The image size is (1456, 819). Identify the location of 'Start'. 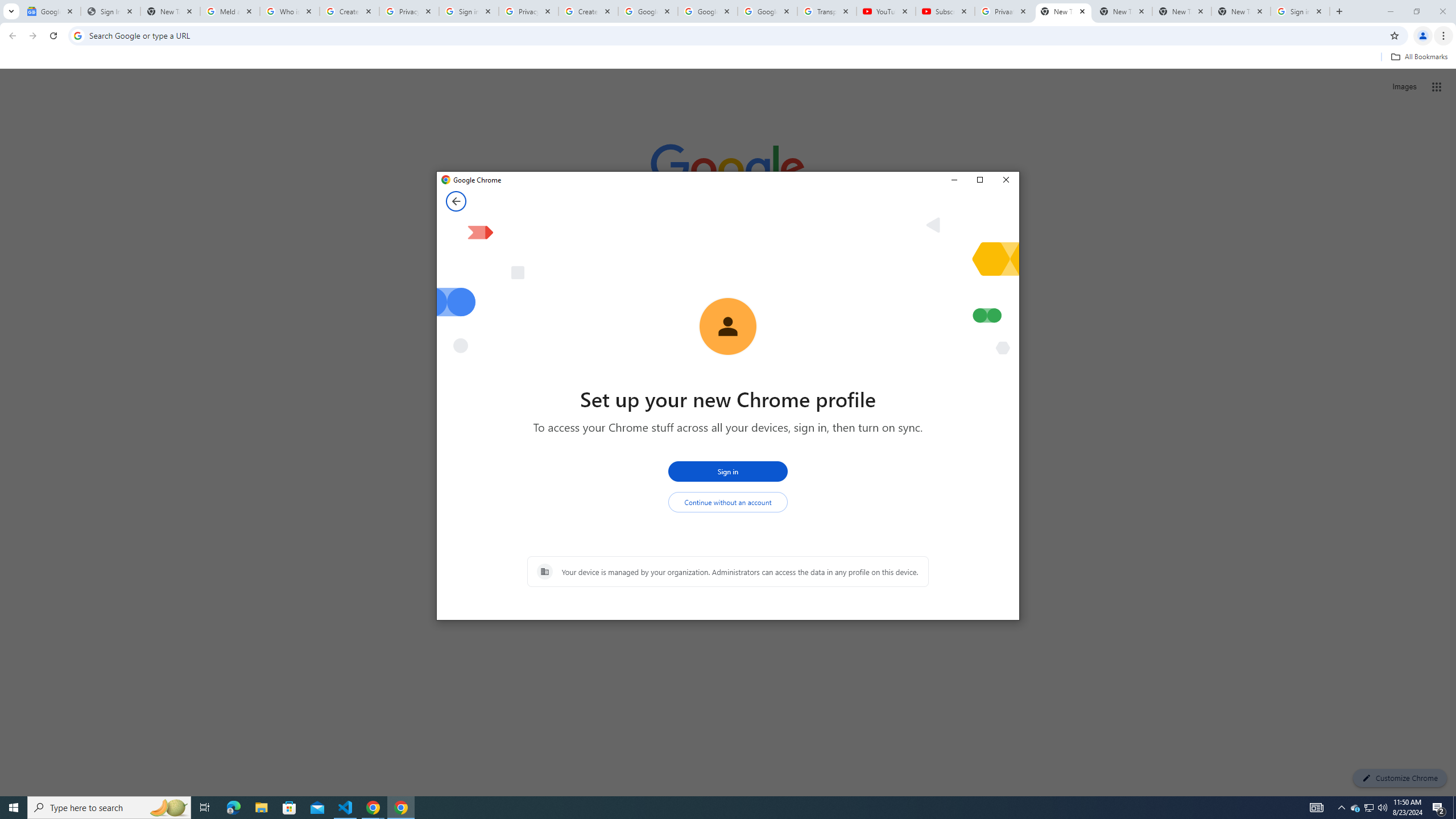
(14, 806).